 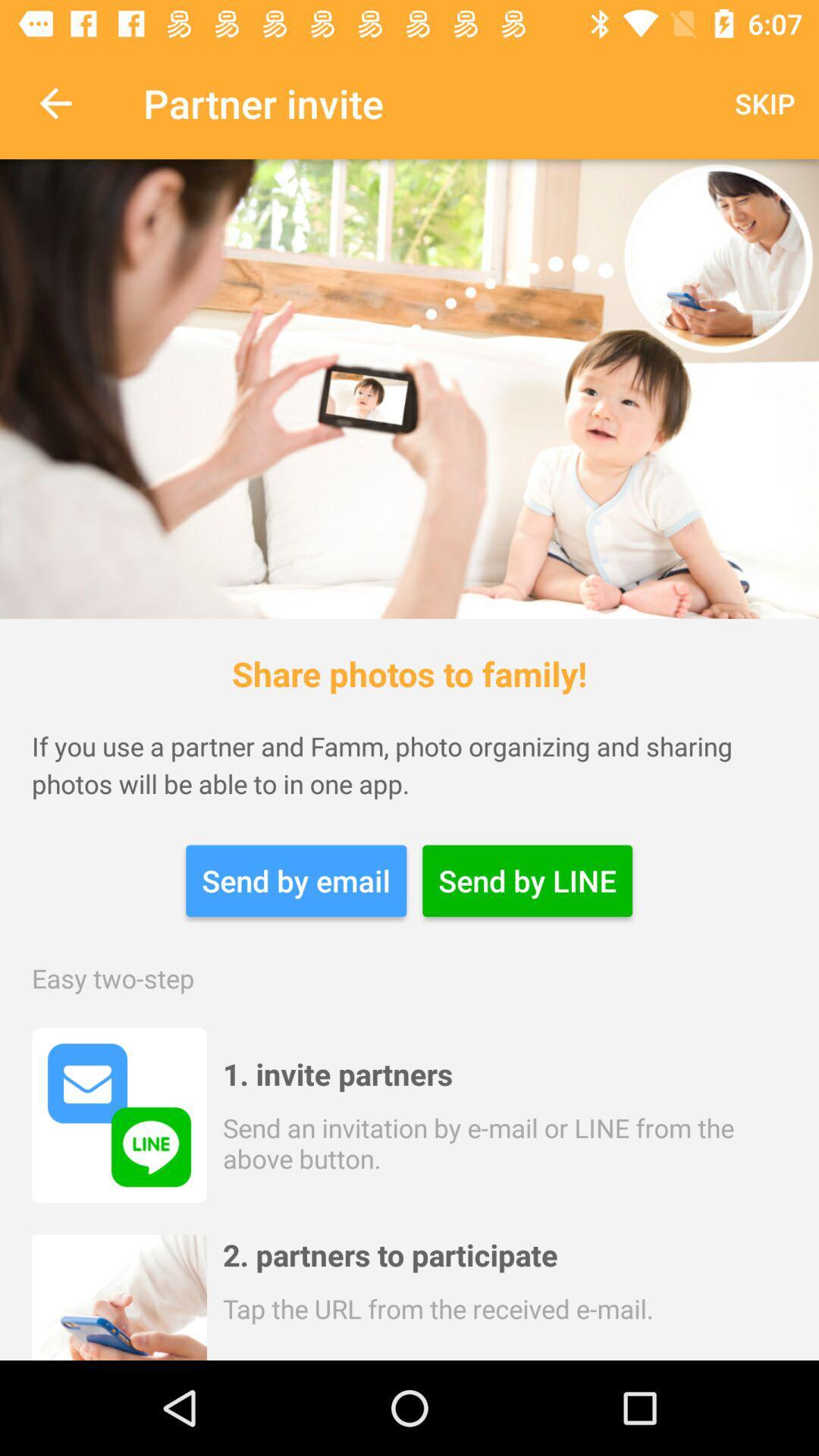 What do you see at coordinates (764, 102) in the screenshot?
I see `the skip icon` at bounding box center [764, 102].